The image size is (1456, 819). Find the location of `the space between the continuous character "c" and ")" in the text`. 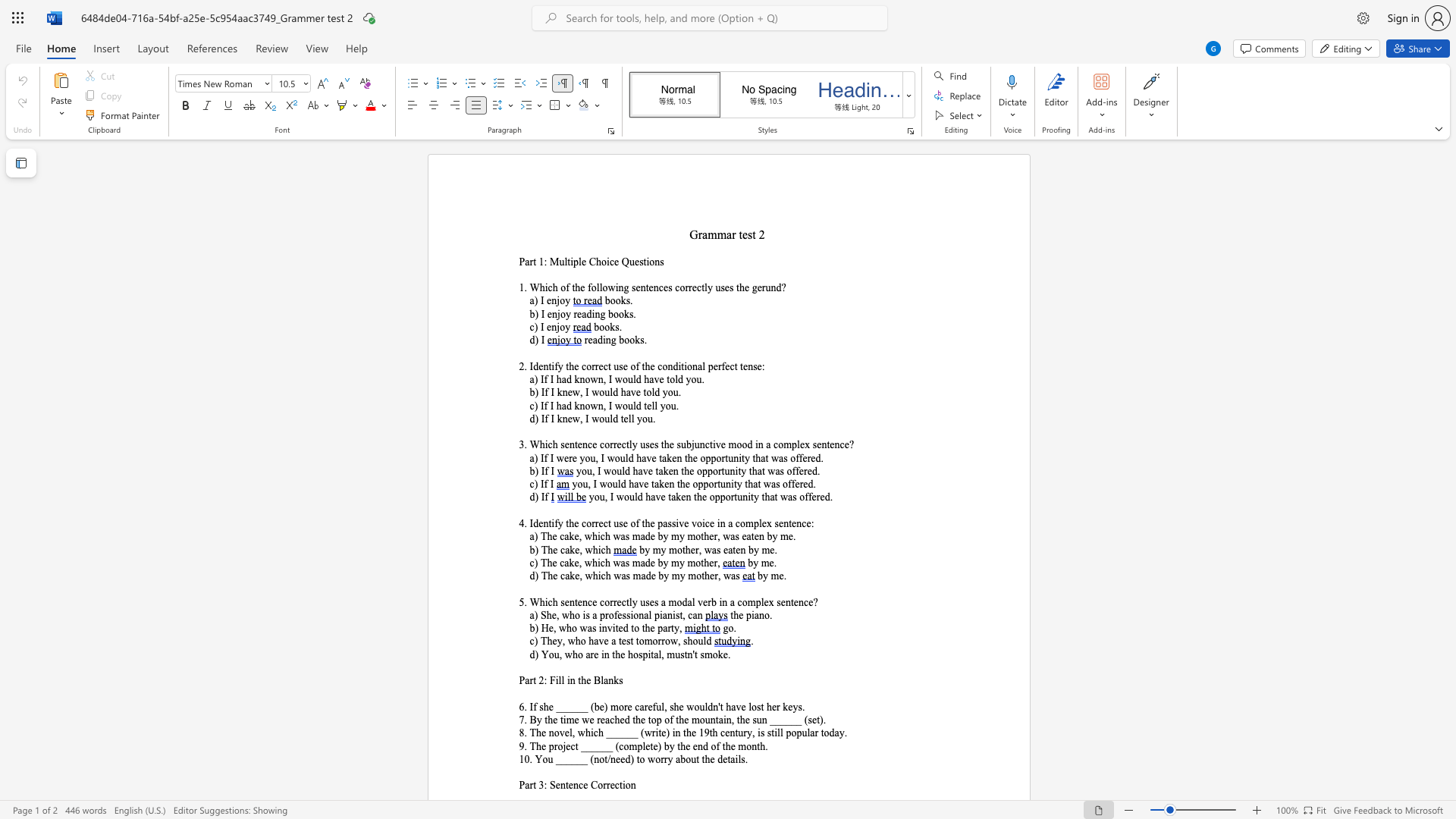

the space between the continuous character "c" and ")" in the text is located at coordinates (534, 484).